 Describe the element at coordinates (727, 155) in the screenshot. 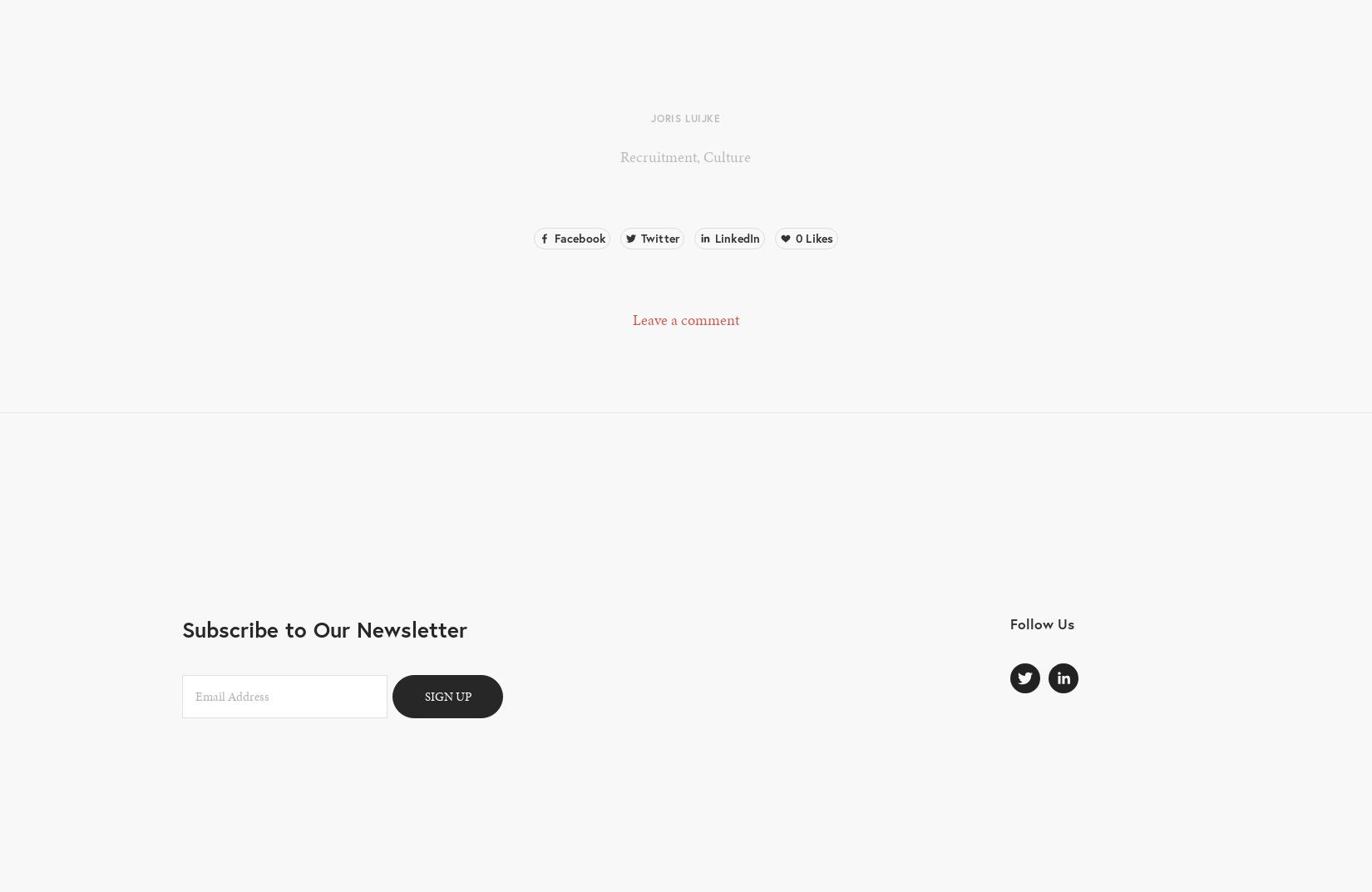

I see `'Culture'` at that location.